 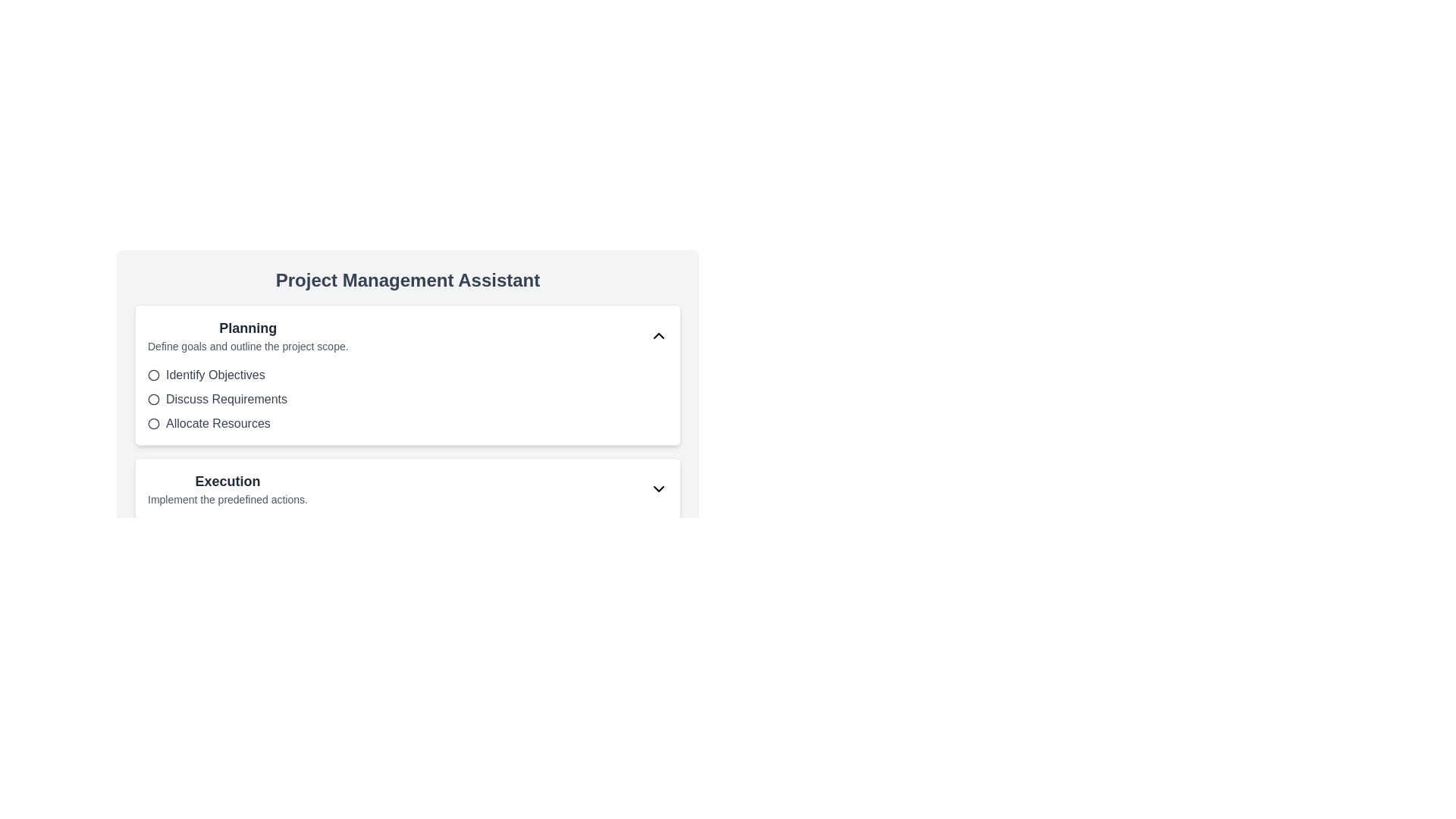 I want to click on the Text Block containing the title 'Execution' in bold and dark formatting, which is located below the 'Planning' section, so click(x=227, y=488).